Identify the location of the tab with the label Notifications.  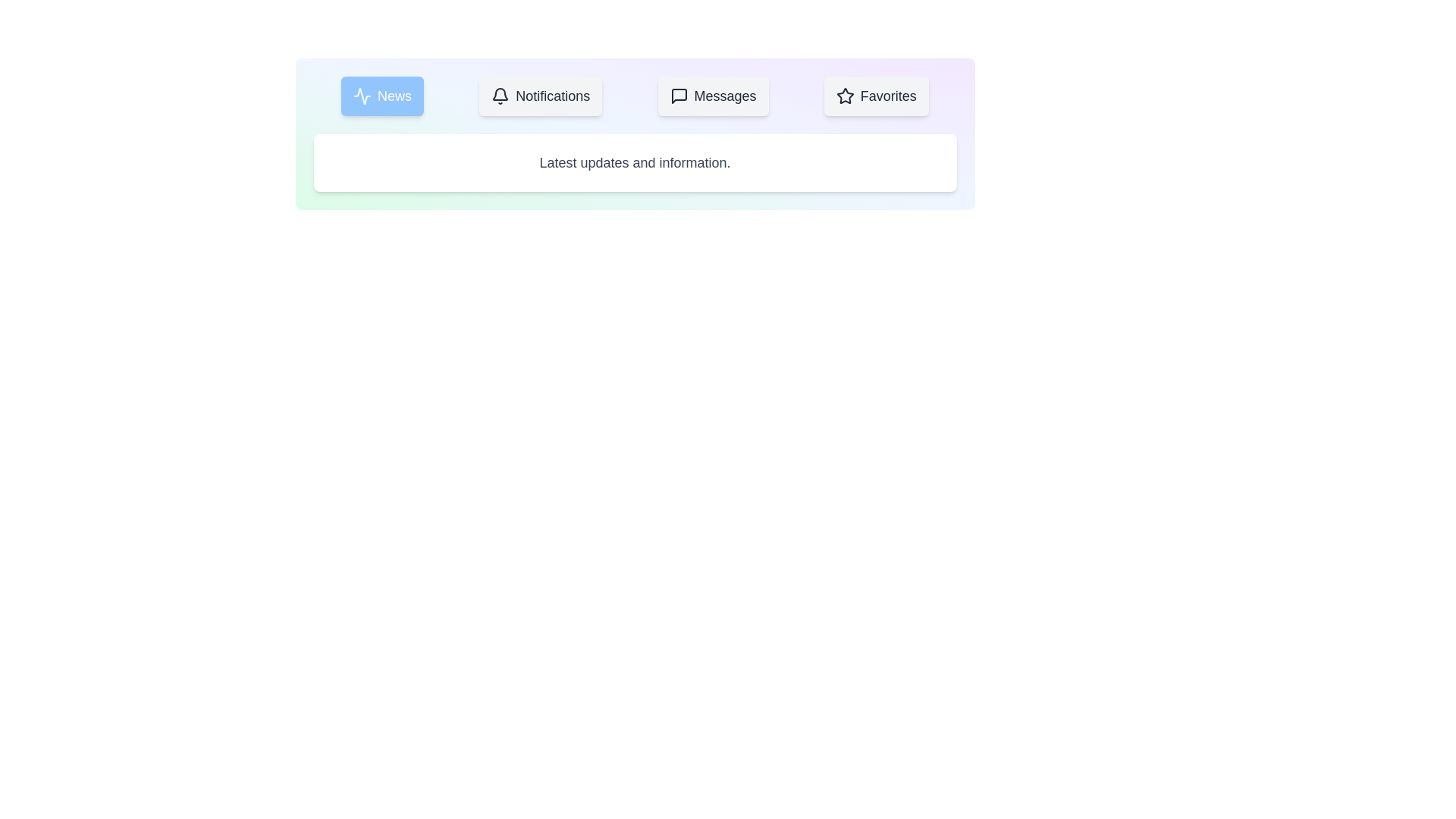
(541, 96).